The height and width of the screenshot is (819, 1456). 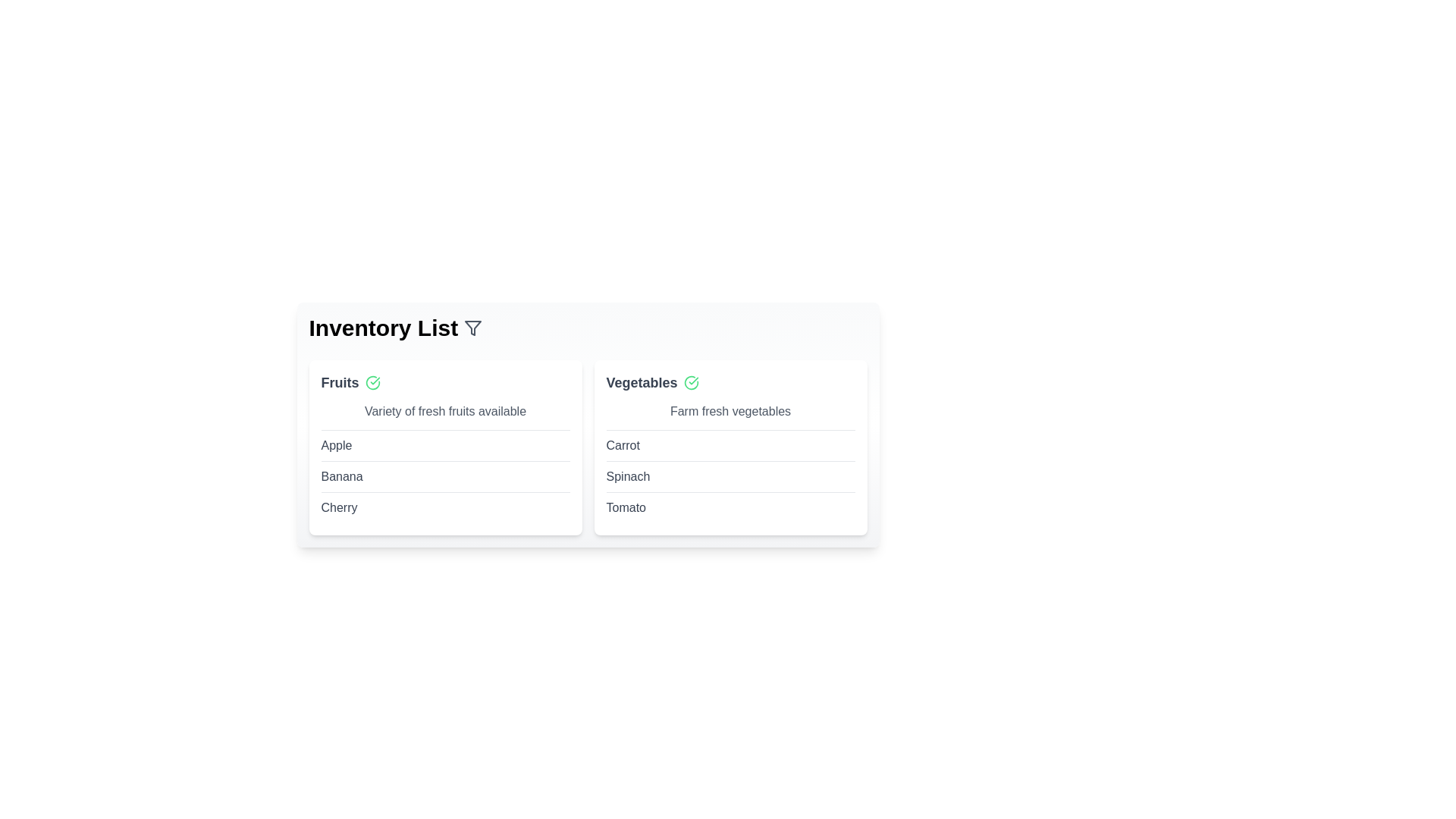 What do you see at coordinates (623, 444) in the screenshot?
I see `the item Carrot in the inventory` at bounding box center [623, 444].